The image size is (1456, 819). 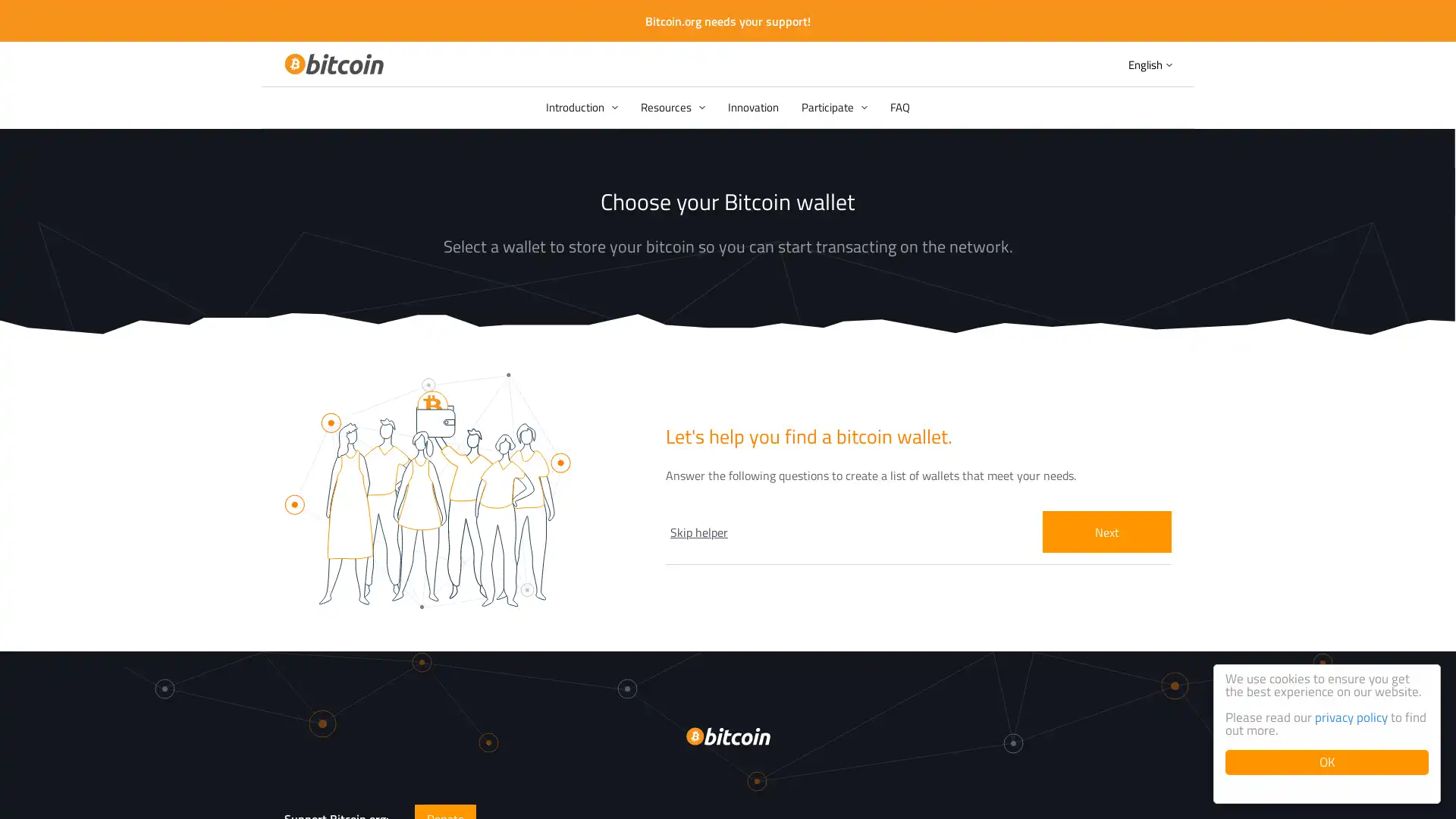 What do you see at coordinates (1106, 531) in the screenshot?
I see `Next` at bounding box center [1106, 531].